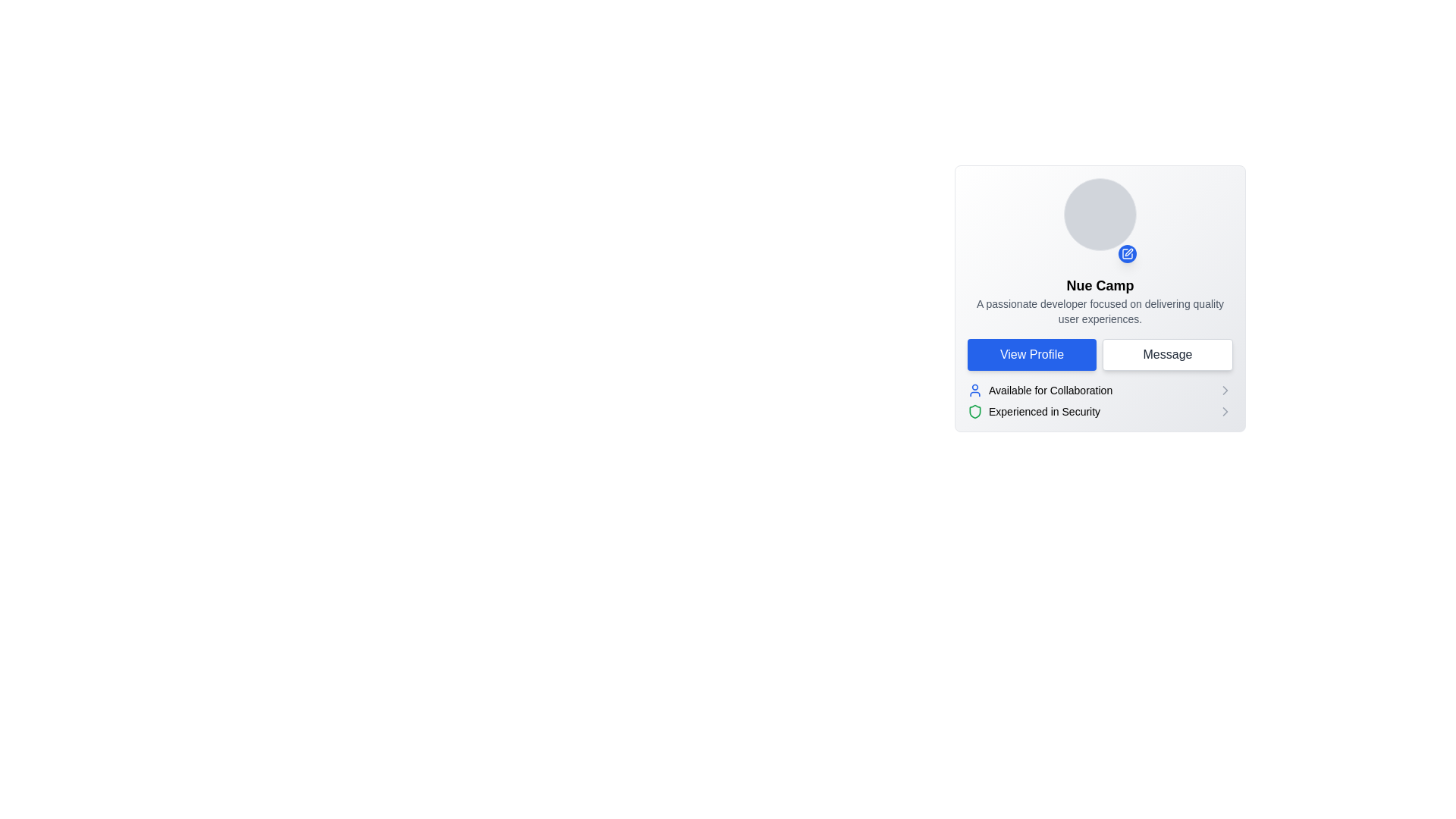 This screenshot has height=819, width=1456. What do you see at coordinates (975, 412) in the screenshot?
I see `the security icon located near the bottom of the card-like section adjacent to the text 'Experienced in Security'` at bounding box center [975, 412].